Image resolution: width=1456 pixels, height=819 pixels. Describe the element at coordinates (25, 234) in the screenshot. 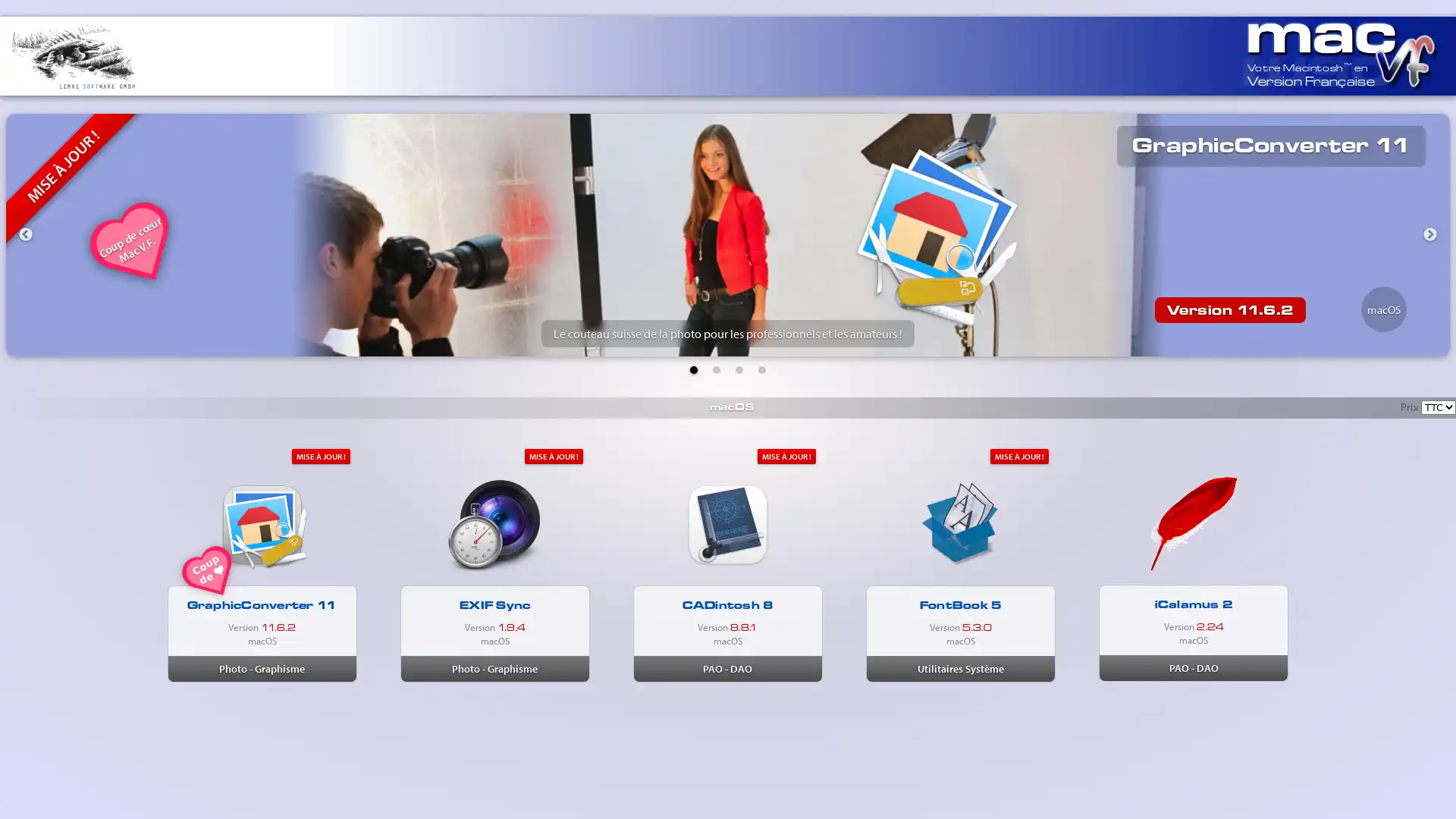

I see `Previous` at that location.